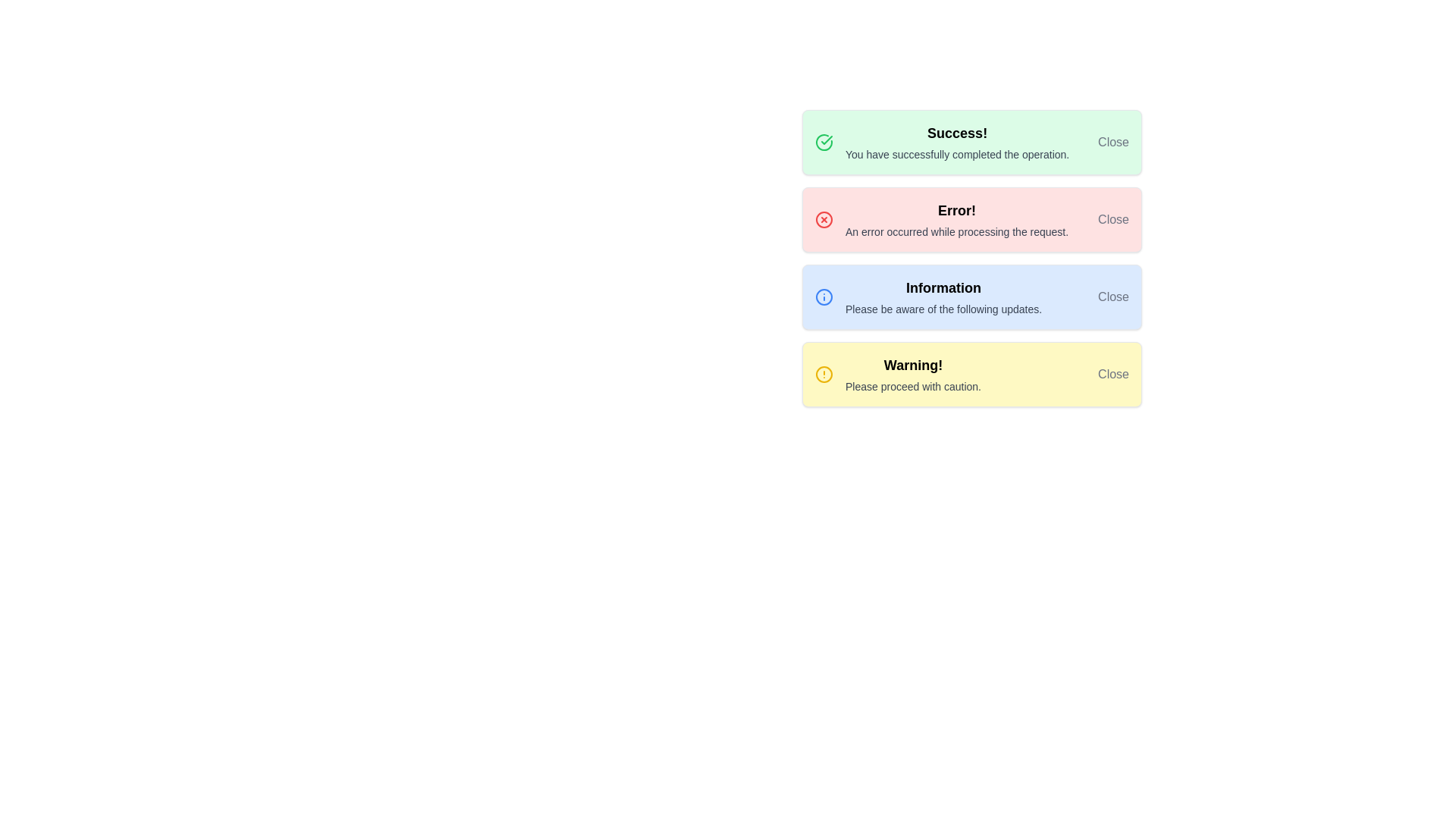  Describe the element at coordinates (971, 143) in the screenshot. I see `the green notification banner that displays a checkmark icon and the title 'Success!' with the message 'You have successfully completed the operation.'` at that location.